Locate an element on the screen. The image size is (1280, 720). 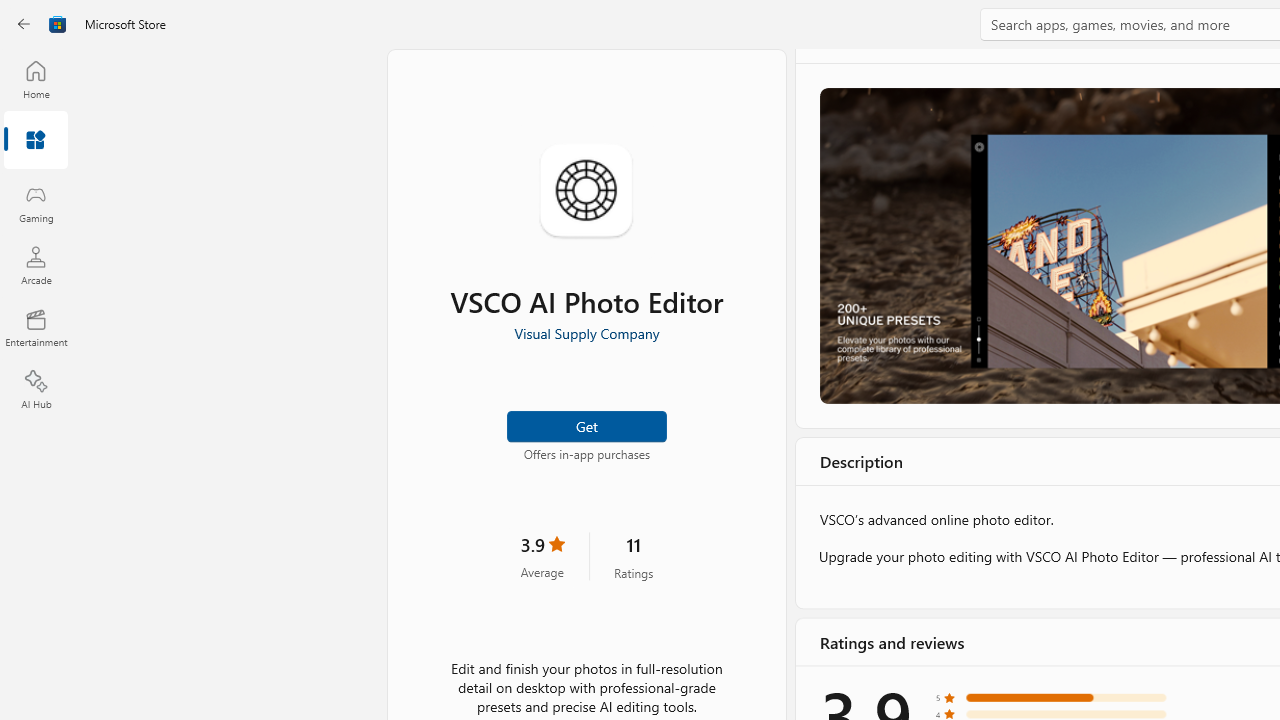
'Back' is located at coordinates (24, 24).